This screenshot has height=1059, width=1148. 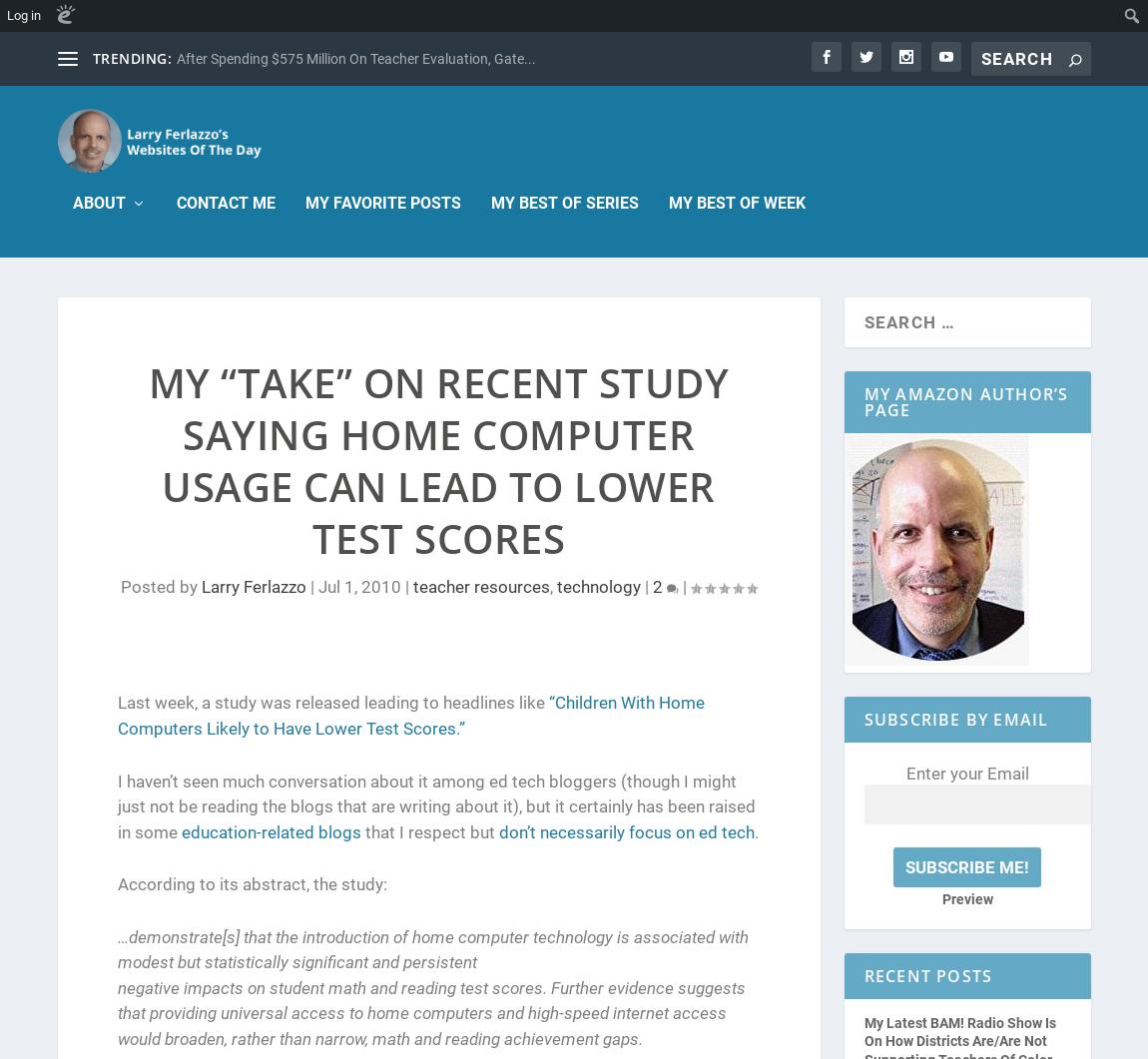 I want to click on 'My “Take” On Recent Study Saying Home Computer Usage Can Lead To Lower Test Scores', so click(x=147, y=460).